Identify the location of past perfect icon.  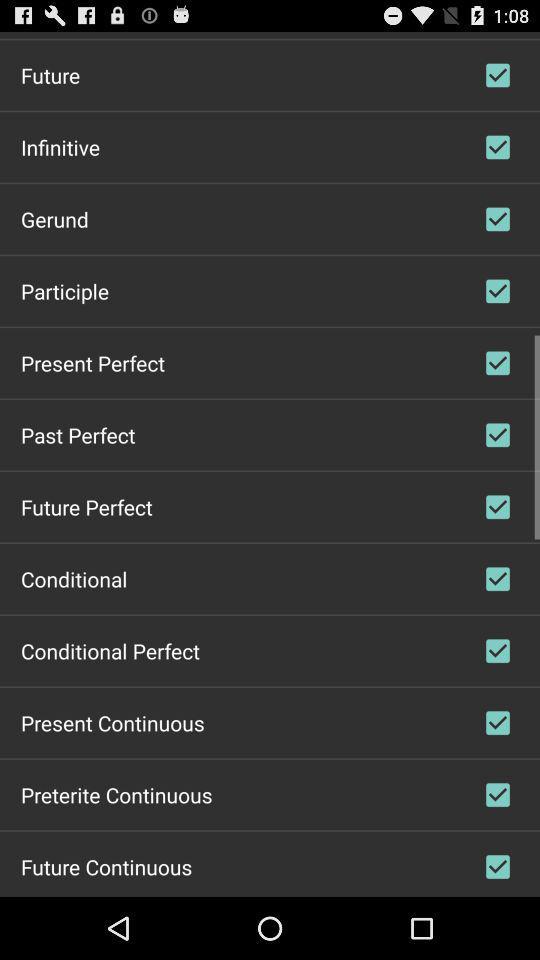
(77, 434).